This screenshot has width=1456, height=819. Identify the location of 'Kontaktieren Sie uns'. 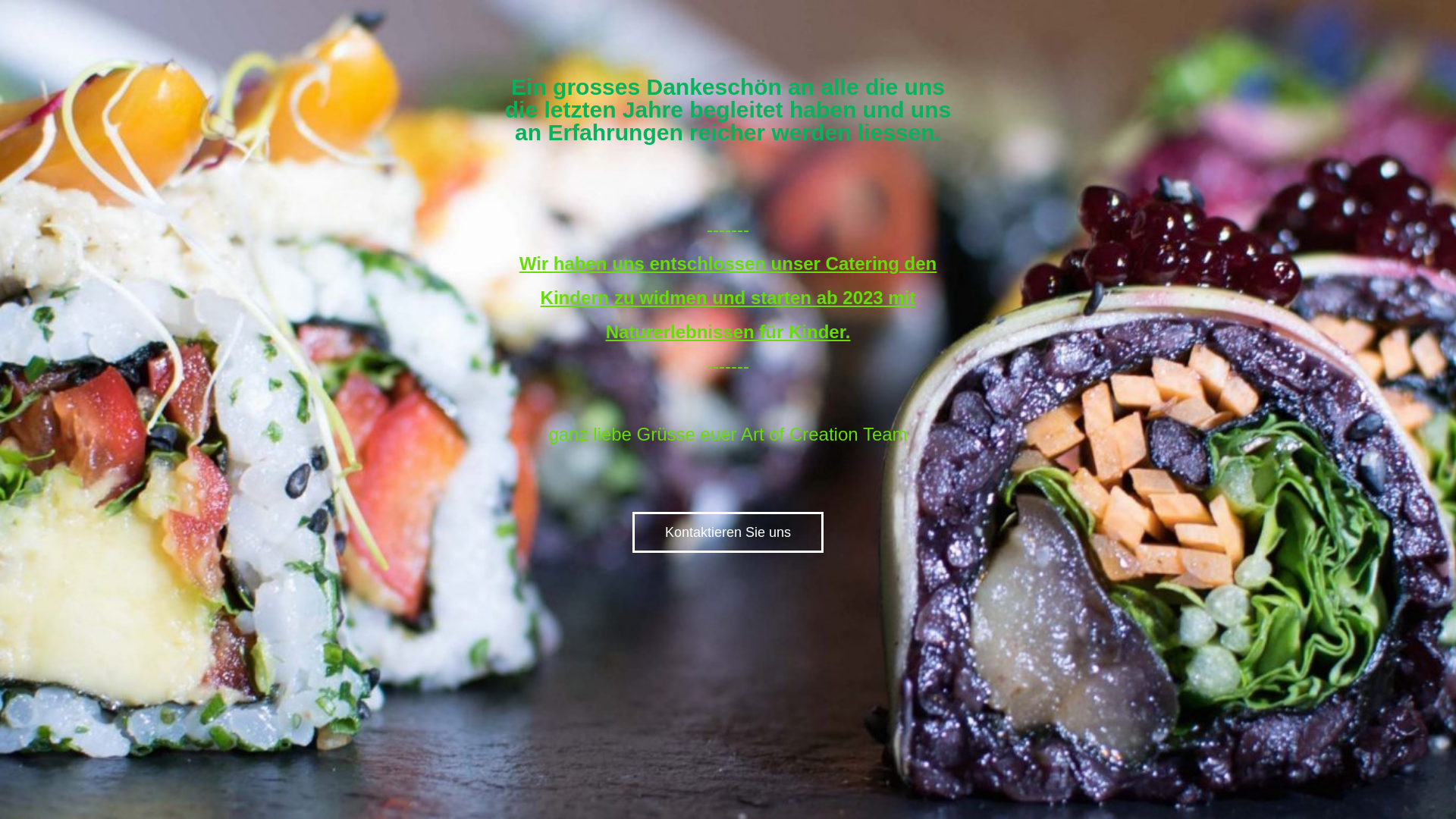
(728, 532).